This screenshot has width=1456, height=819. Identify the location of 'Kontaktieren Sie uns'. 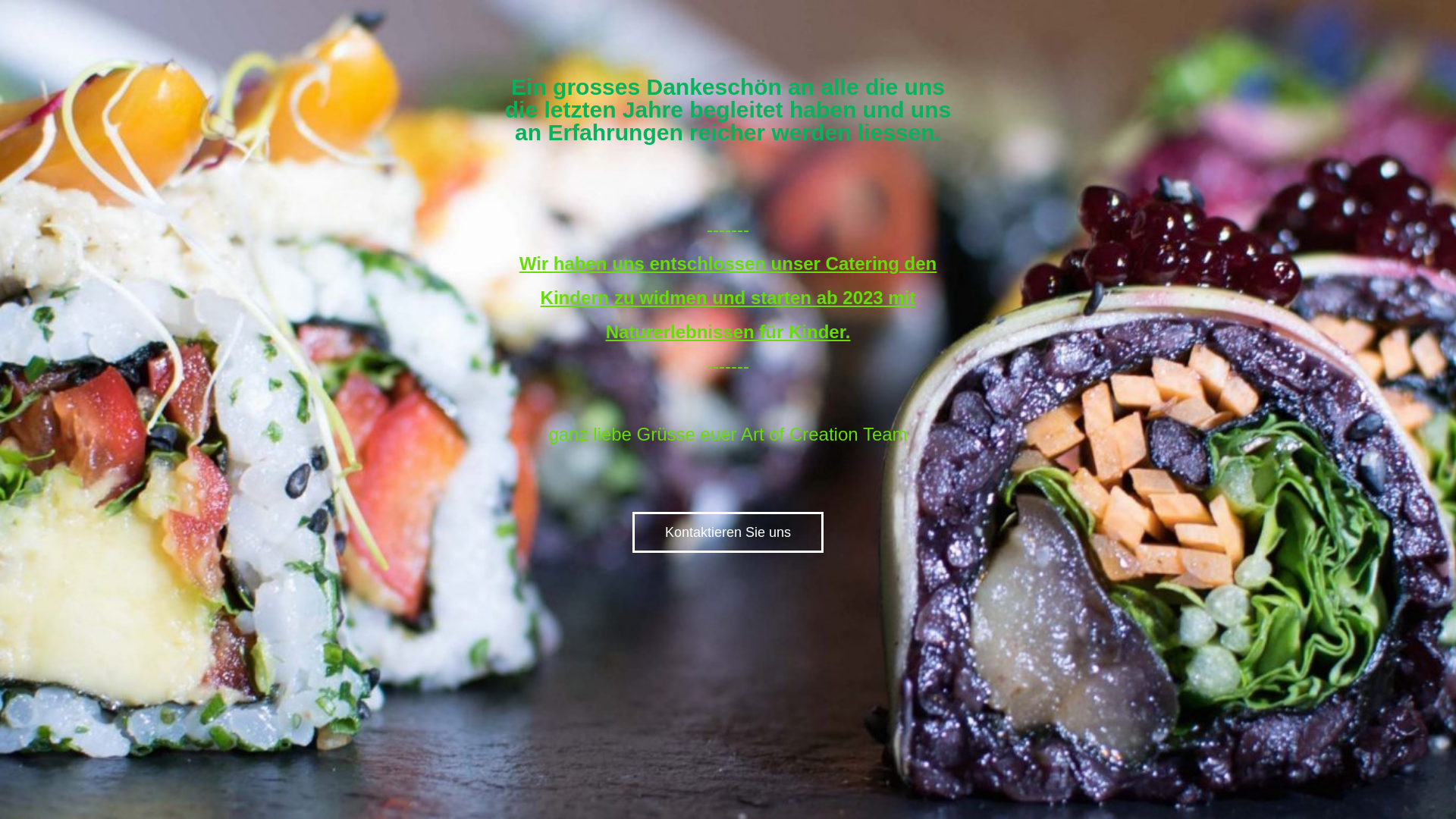
(728, 532).